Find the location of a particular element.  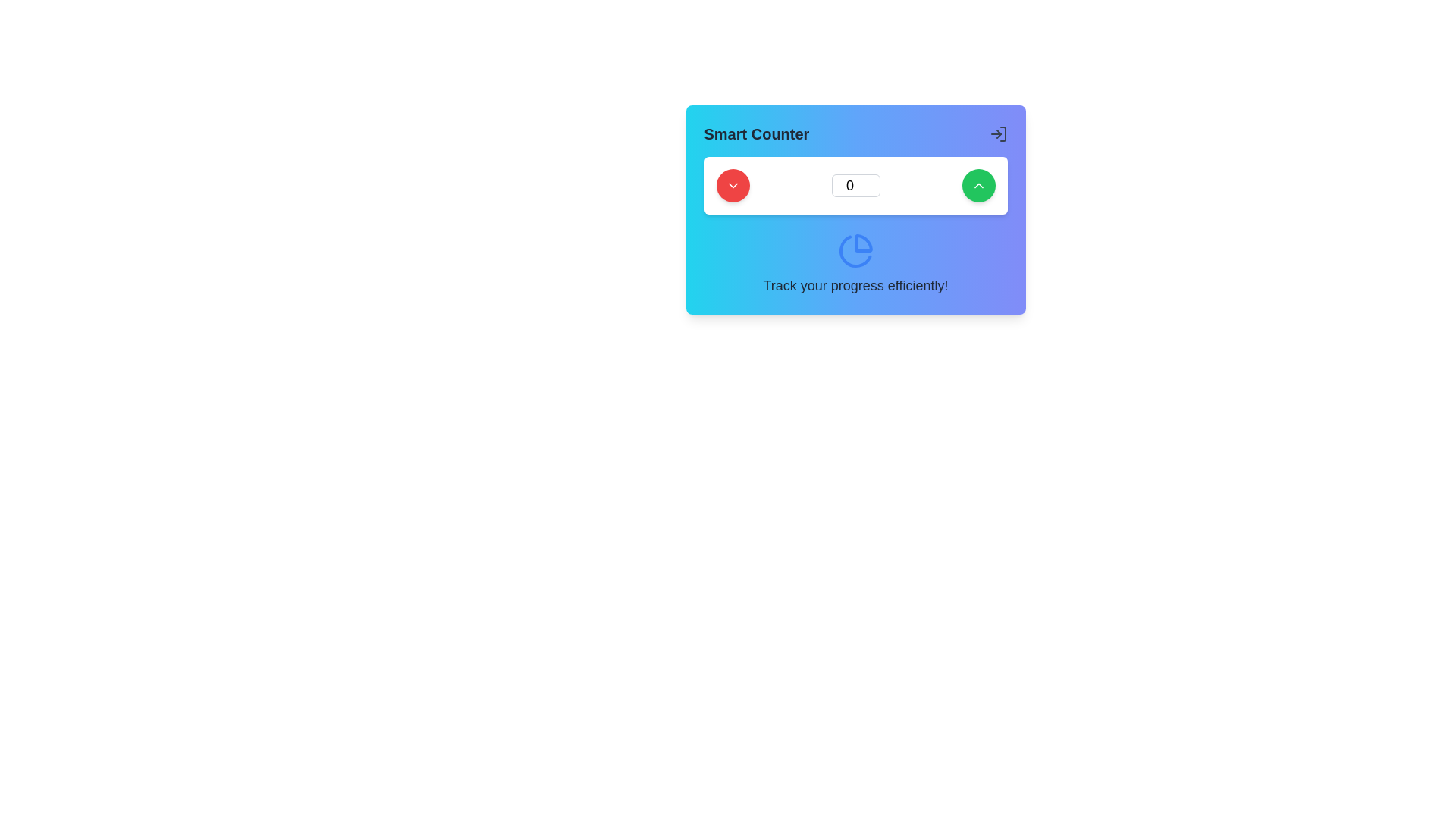

the icon located in the rightmost part of the header section of the 'Smart Counter' widget to initiate navigation is located at coordinates (998, 133).